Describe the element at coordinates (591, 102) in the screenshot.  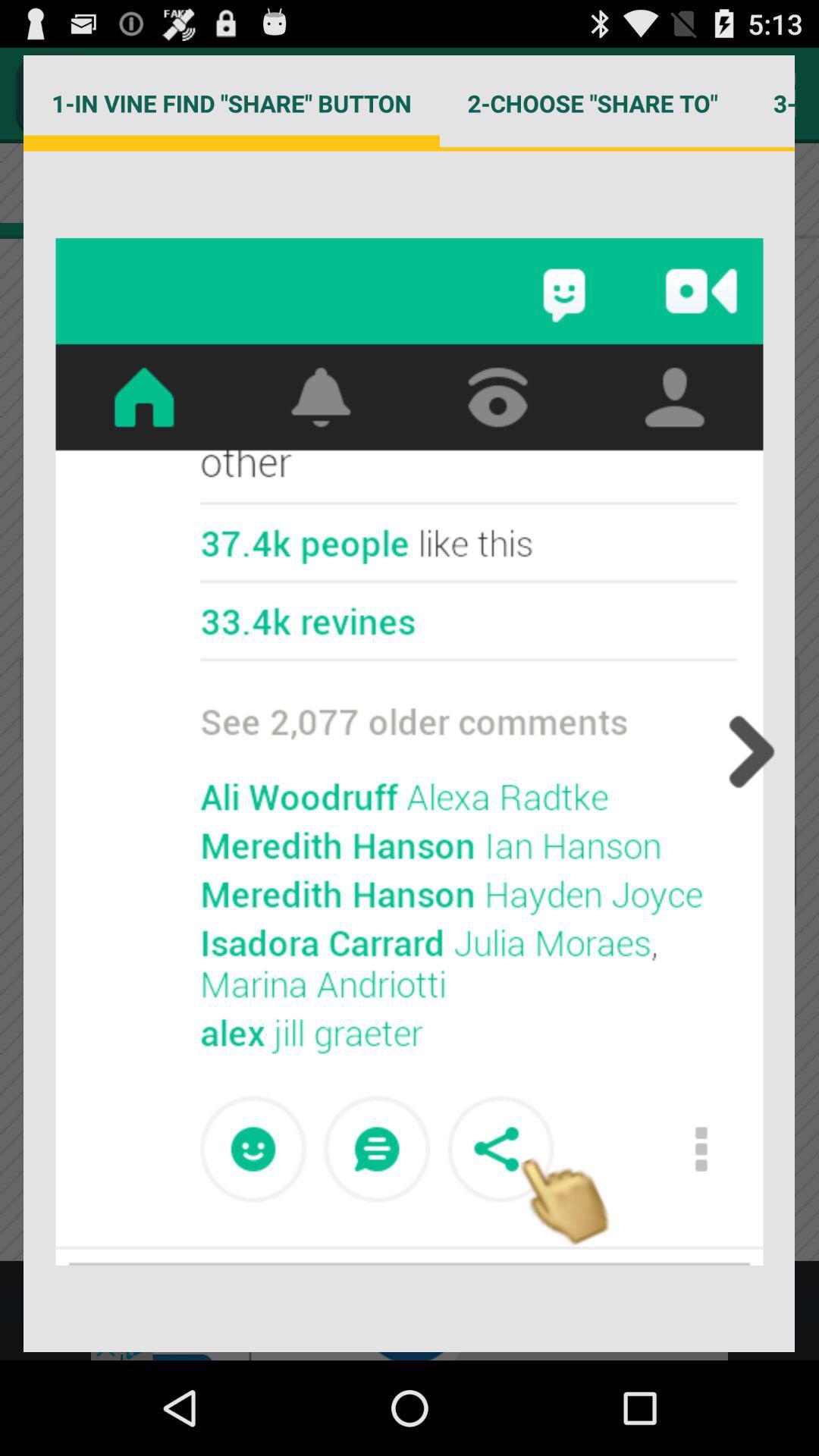
I see `2 choose share item` at that location.